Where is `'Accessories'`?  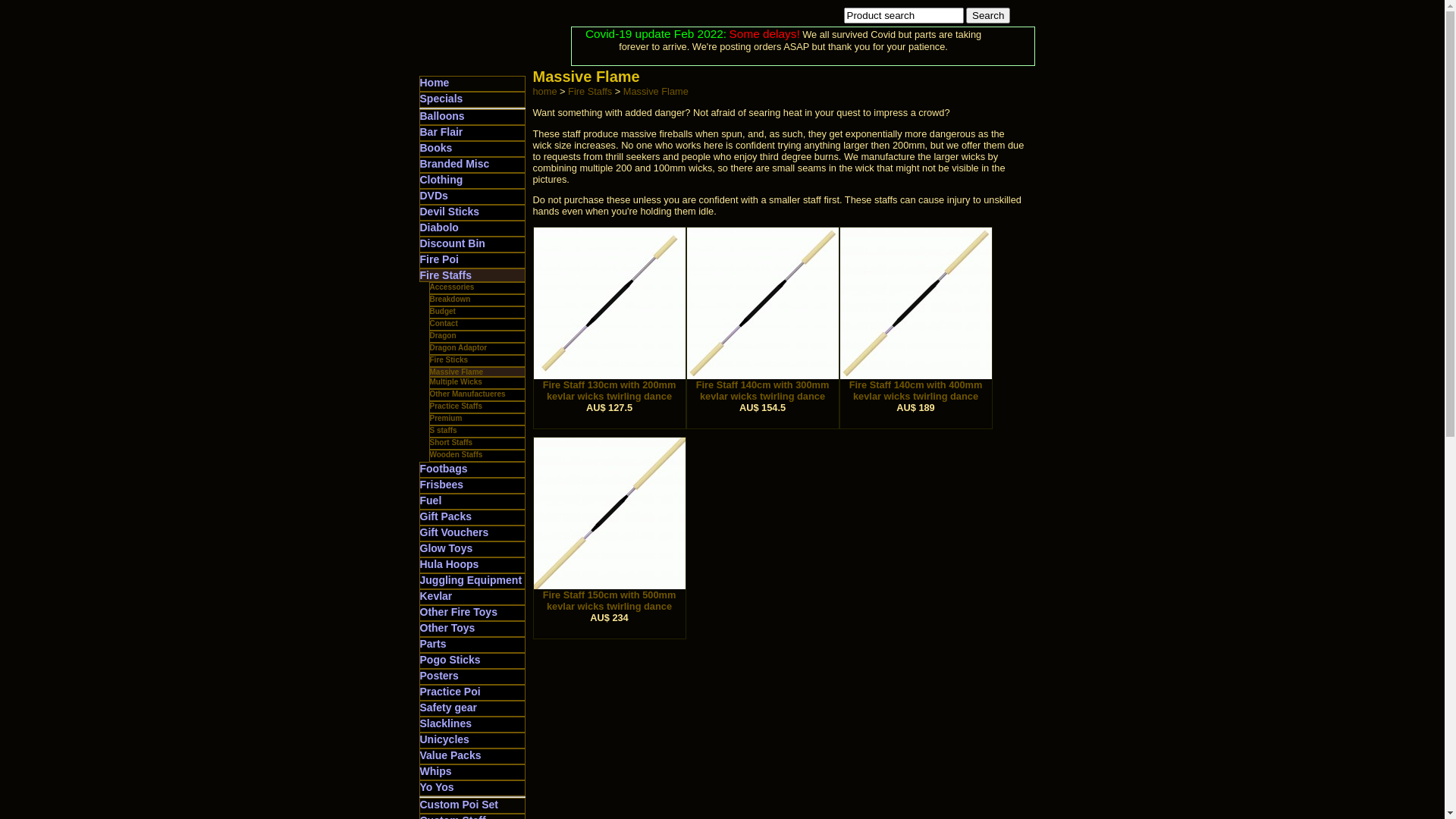
'Accessories' is located at coordinates (450, 287).